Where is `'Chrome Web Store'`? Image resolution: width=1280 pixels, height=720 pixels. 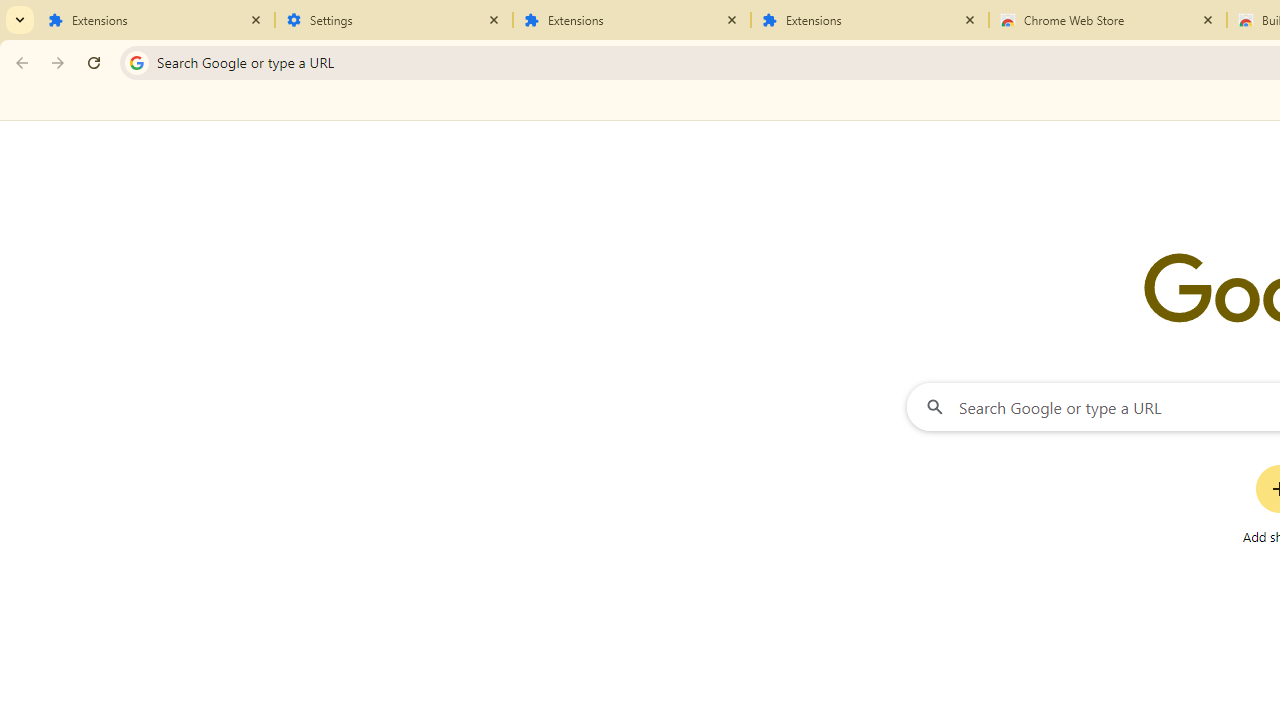 'Chrome Web Store' is located at coordinates (1107, 20).